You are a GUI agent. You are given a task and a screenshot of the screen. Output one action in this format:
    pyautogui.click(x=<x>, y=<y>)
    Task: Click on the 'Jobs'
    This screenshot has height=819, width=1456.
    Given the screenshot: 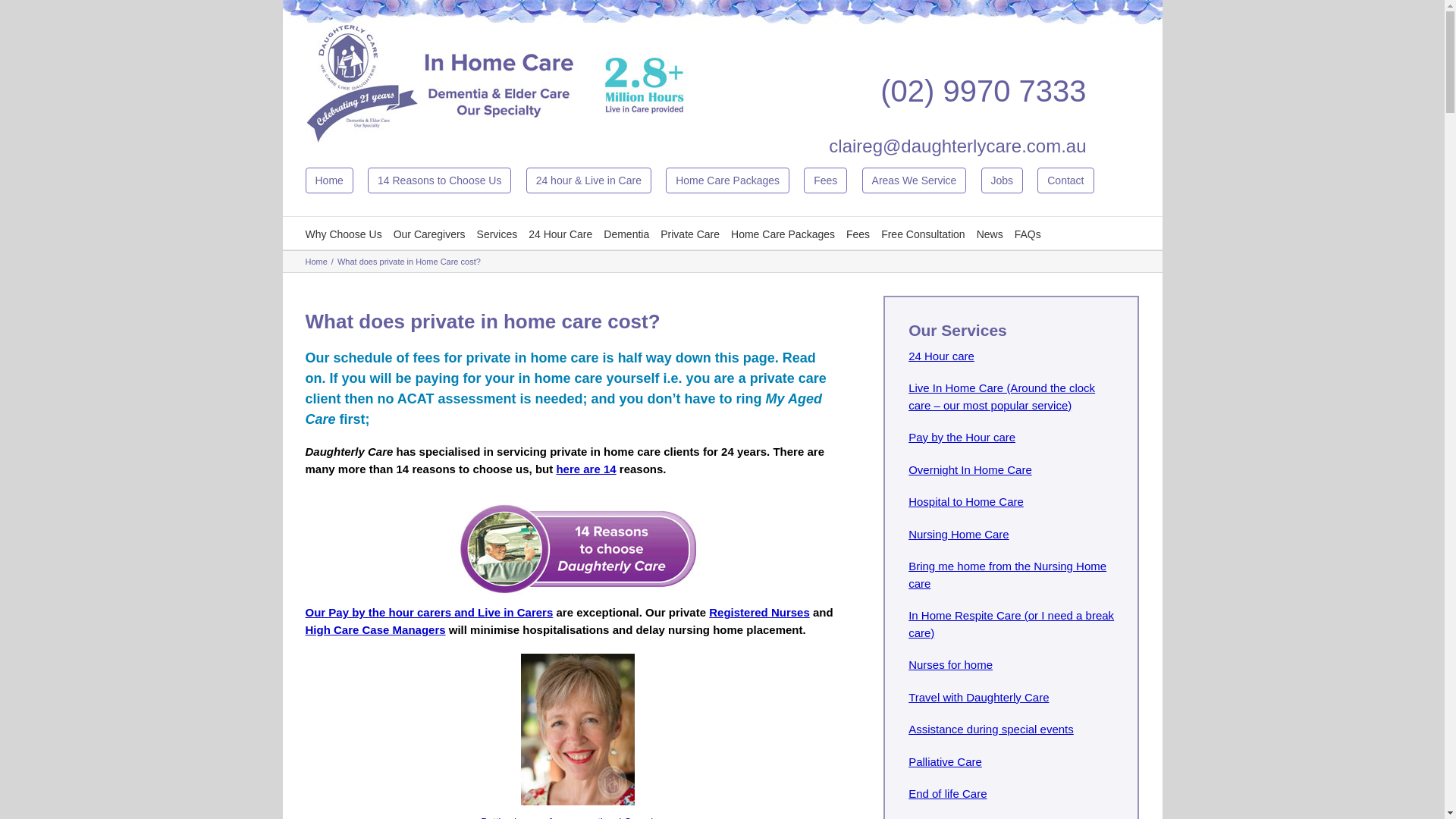 What is the action you would take?
    pyautogui.click(x=1008, y=178)
    